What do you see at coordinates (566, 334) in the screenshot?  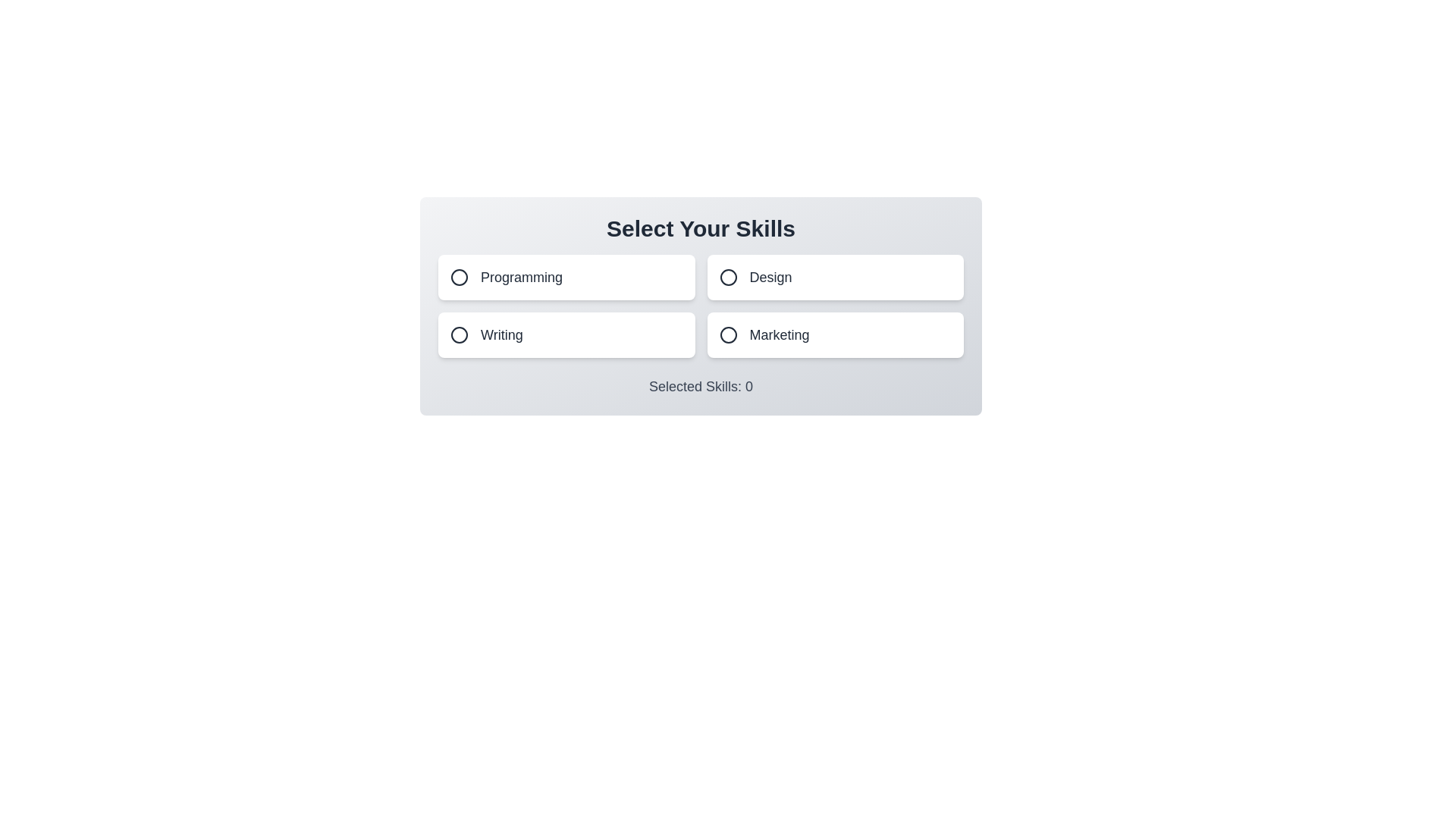 I see `the skill button corresponding to Writing` at bounding box center [566, 334].